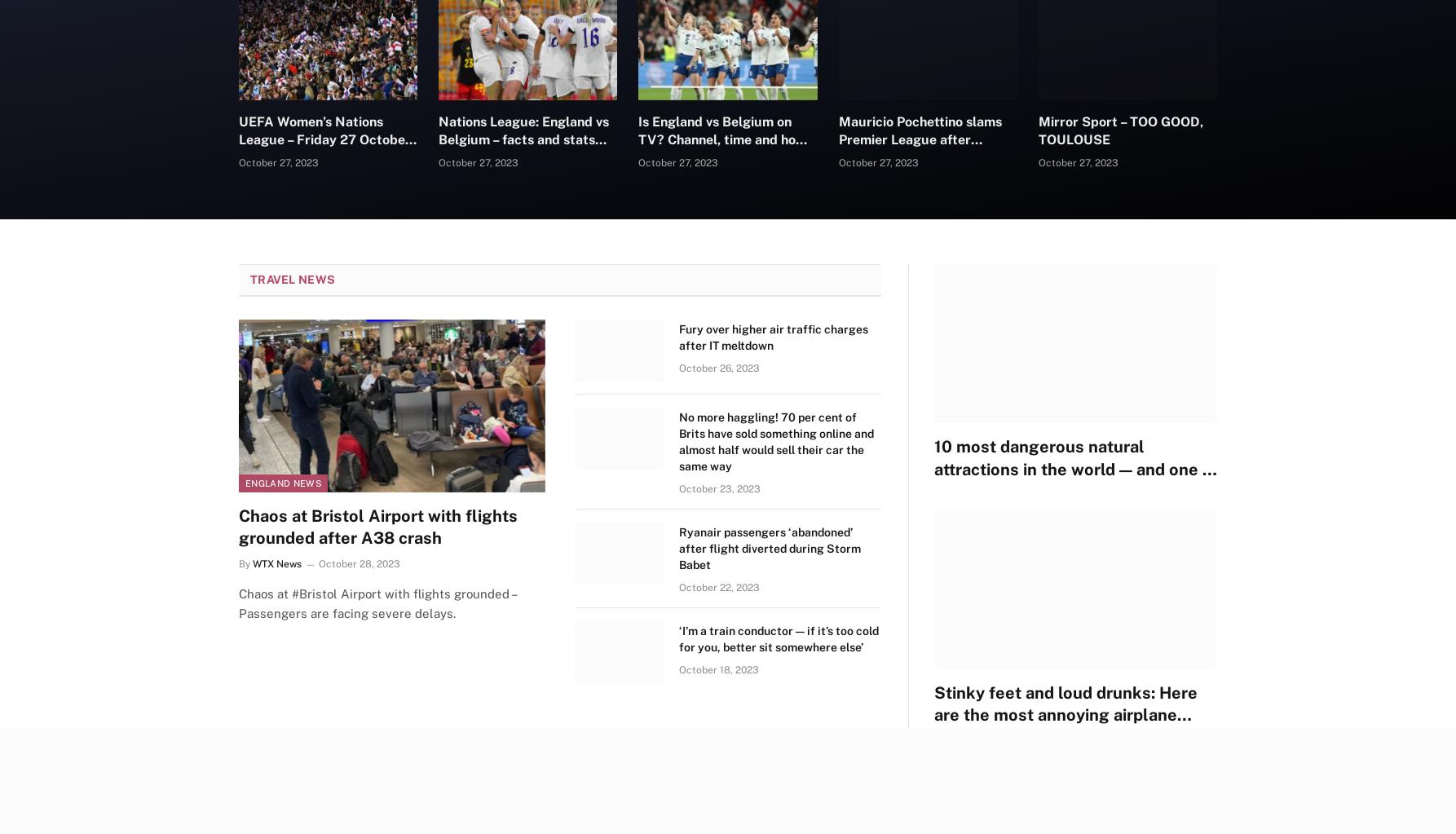 The image size is (1456, 834). What do you see at coordinates (283, 482) in the screenshot?
I see `'England news'` at bounding box center [283, 482].